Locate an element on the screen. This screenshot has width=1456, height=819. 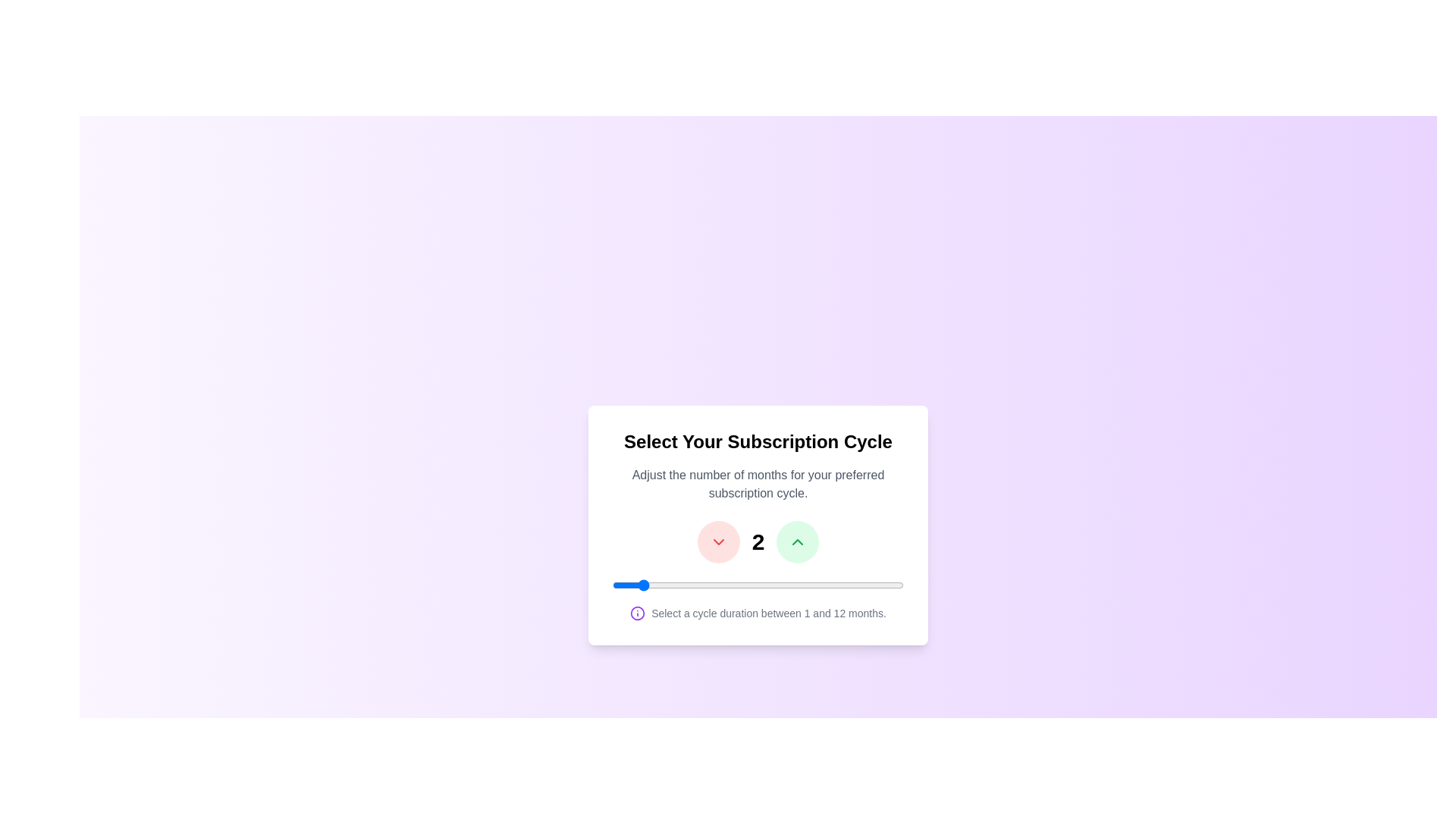
the decrement button located to the left of the bold '2' digit in the subscription cycle selection interface to reduce the cycle count is located at coordinates (717, 541).